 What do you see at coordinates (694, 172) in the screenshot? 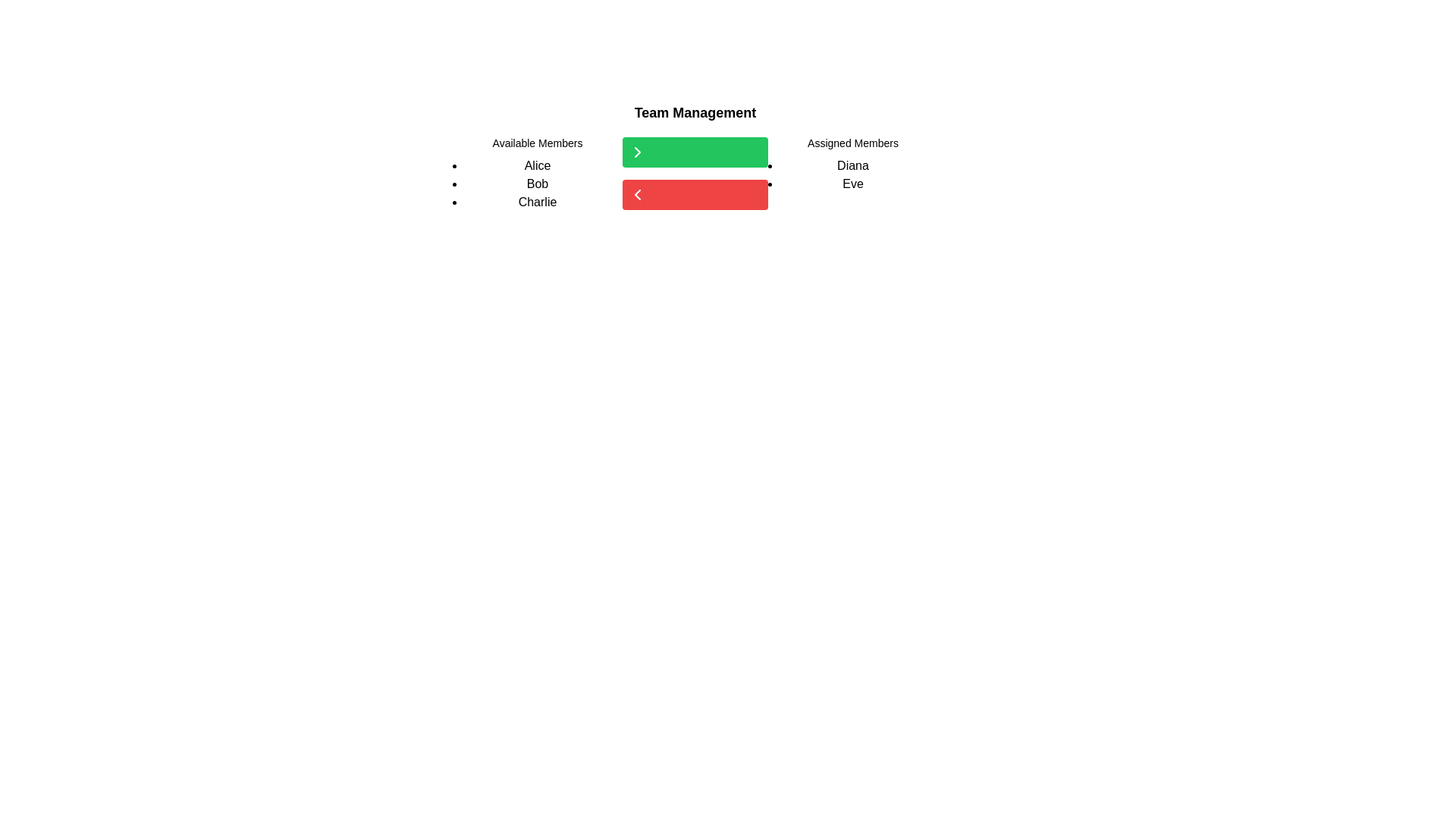
I see `the green button in the 'Team Management' layout to transfer selected items from 'Available Members' to 'Assigned Members'` at bounding box center [694, 172].